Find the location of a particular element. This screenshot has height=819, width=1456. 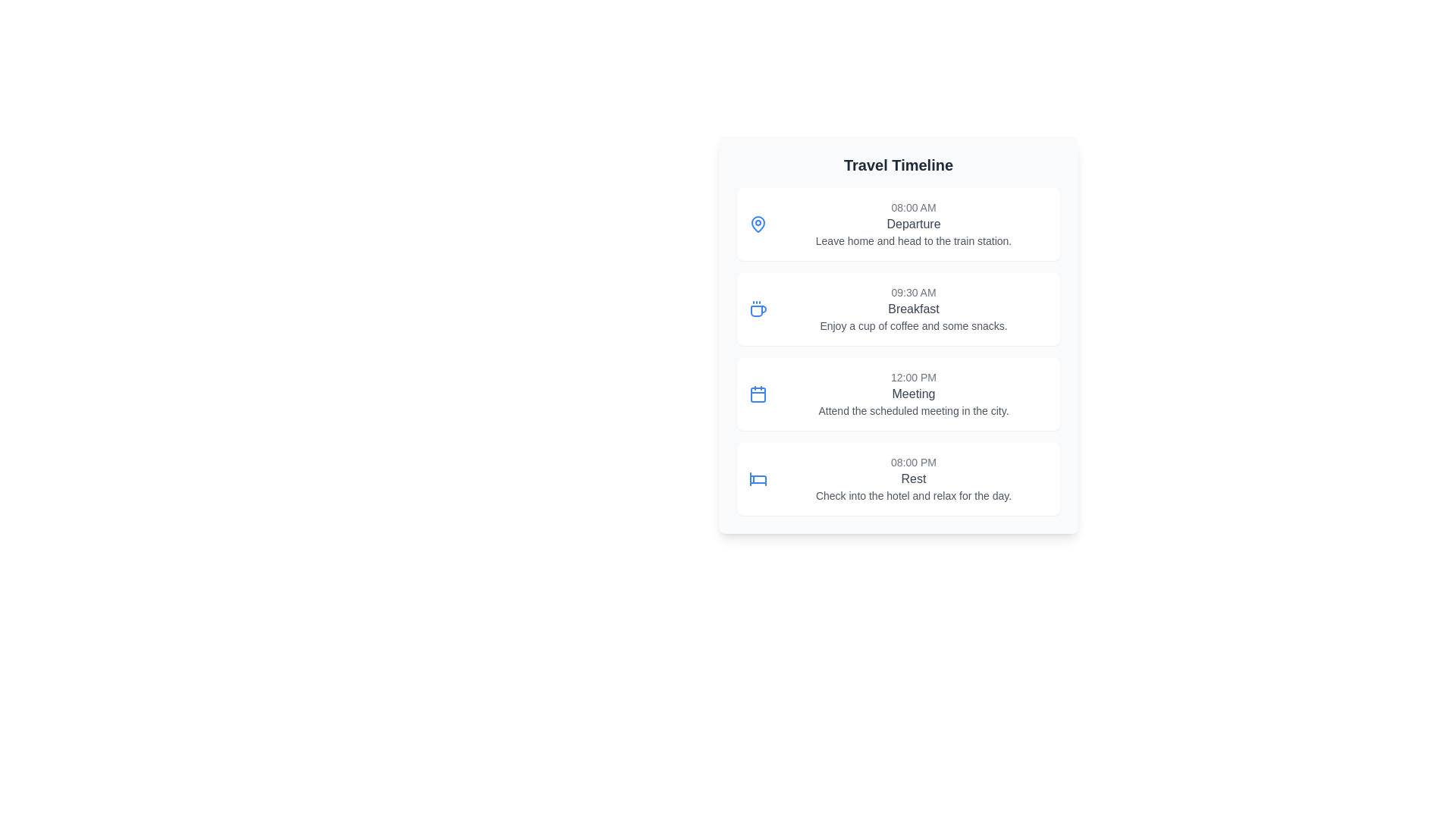

the blue map pin icon located on the left side of the list item for the '08:00 AM Departure' event is located at coordinates (758, 224).